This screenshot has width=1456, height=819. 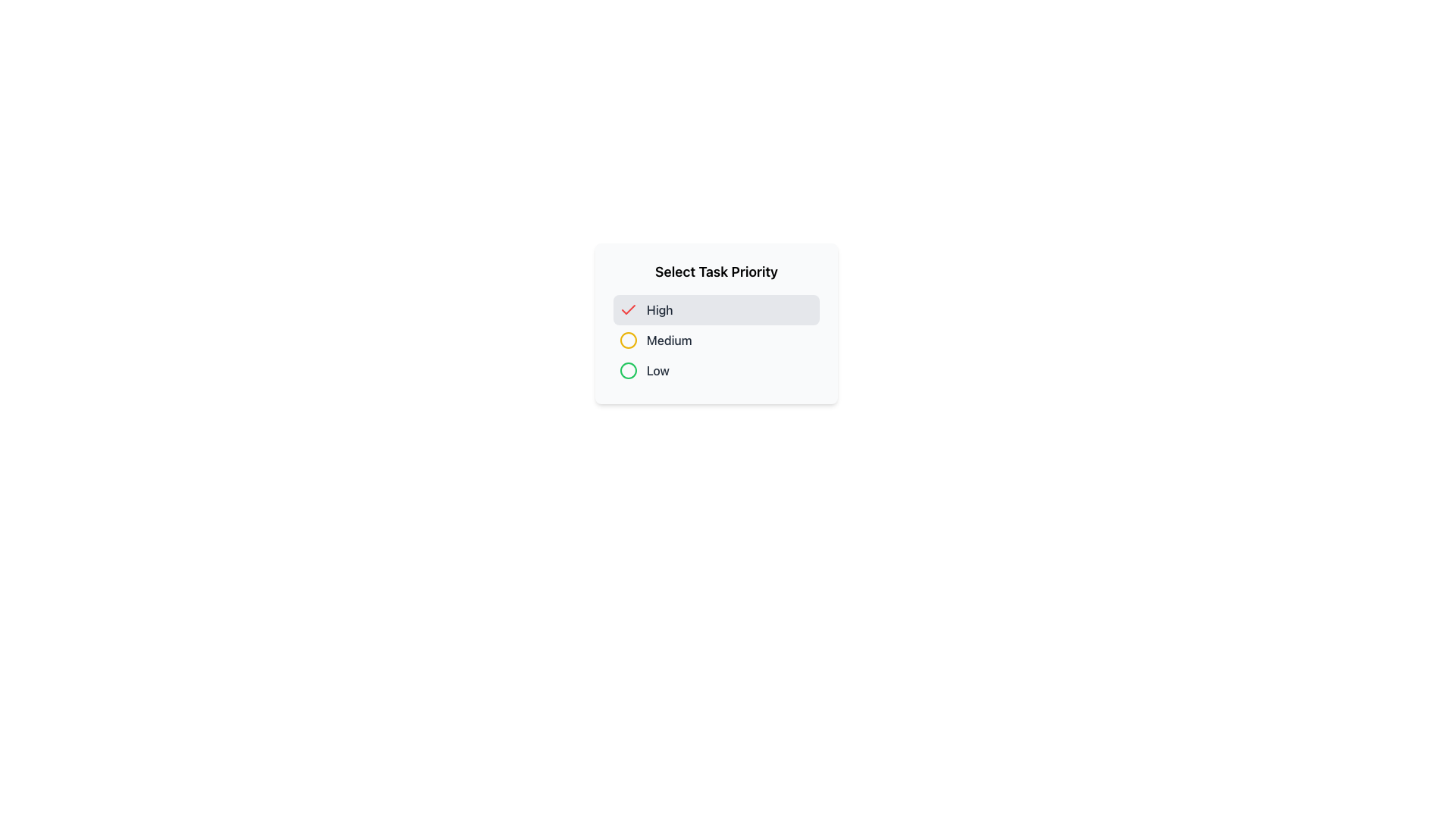 I want to click on the 'Medium' task priority selector option located between 'High' and 'Low' in the task priority selector, so click(x=716, y=339).